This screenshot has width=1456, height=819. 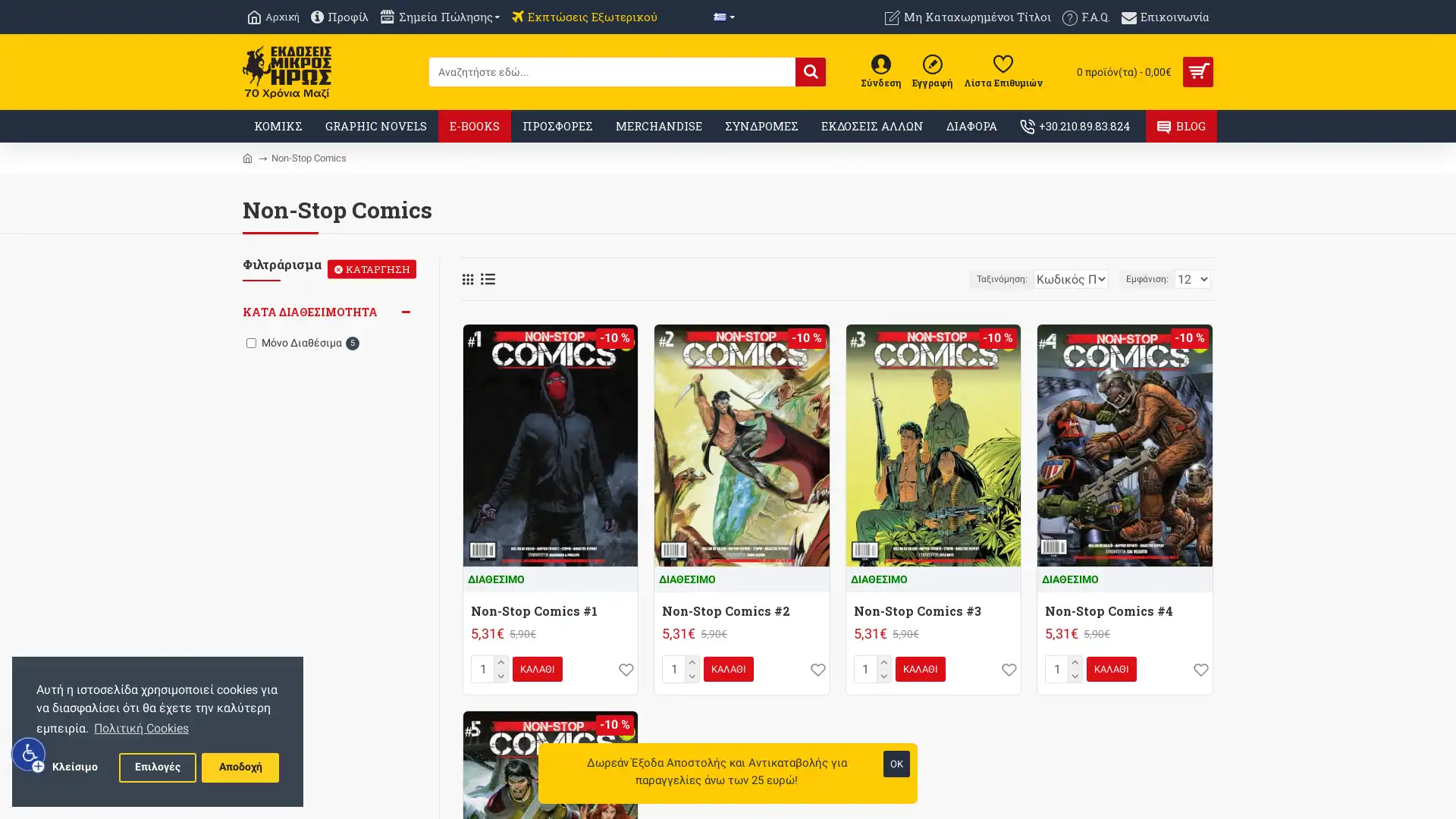 What do you see at coordinates (239, 767) in the screenshot?
I see `allow cookies` at bounding box center [239, 767].